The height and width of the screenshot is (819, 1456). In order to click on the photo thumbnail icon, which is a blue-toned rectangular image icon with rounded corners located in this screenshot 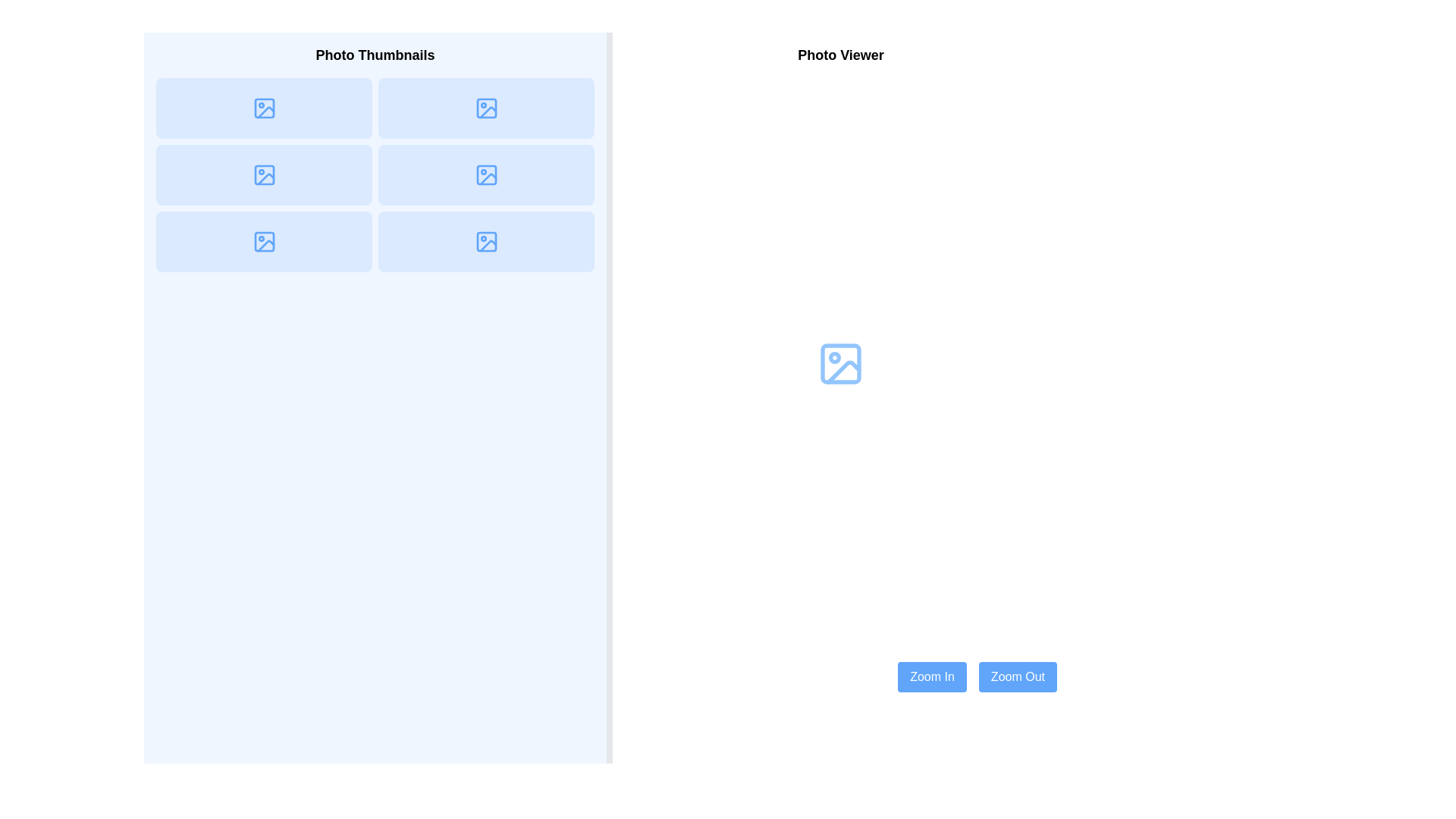, I will do `click(486, 107)`.